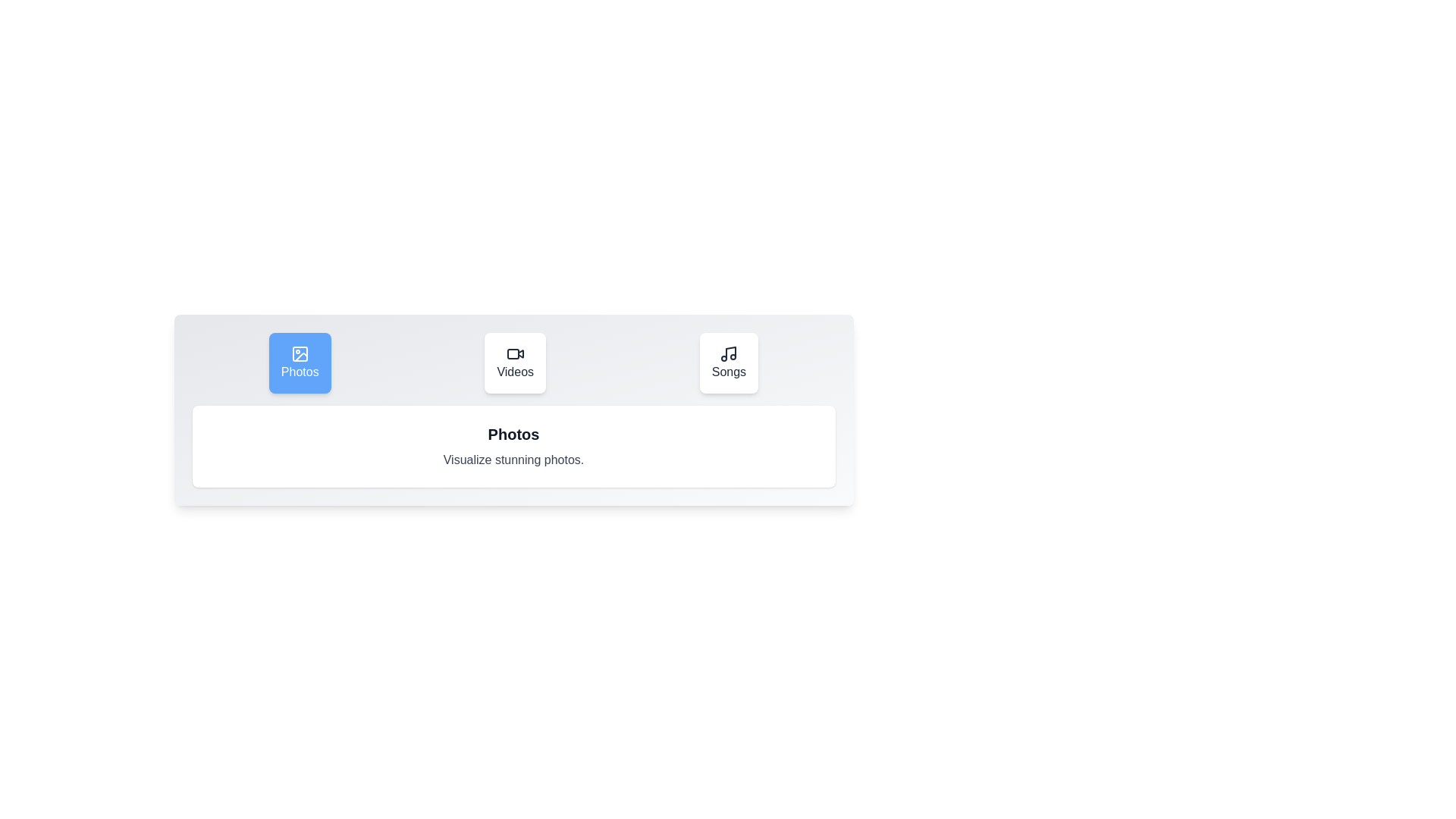 The width and height of the screenshot is (1456, 819). What do you see at coordinates (729, 362) in the screenshot?
I see `the Songs tab to switch to it` at bounding box center [729, 362].